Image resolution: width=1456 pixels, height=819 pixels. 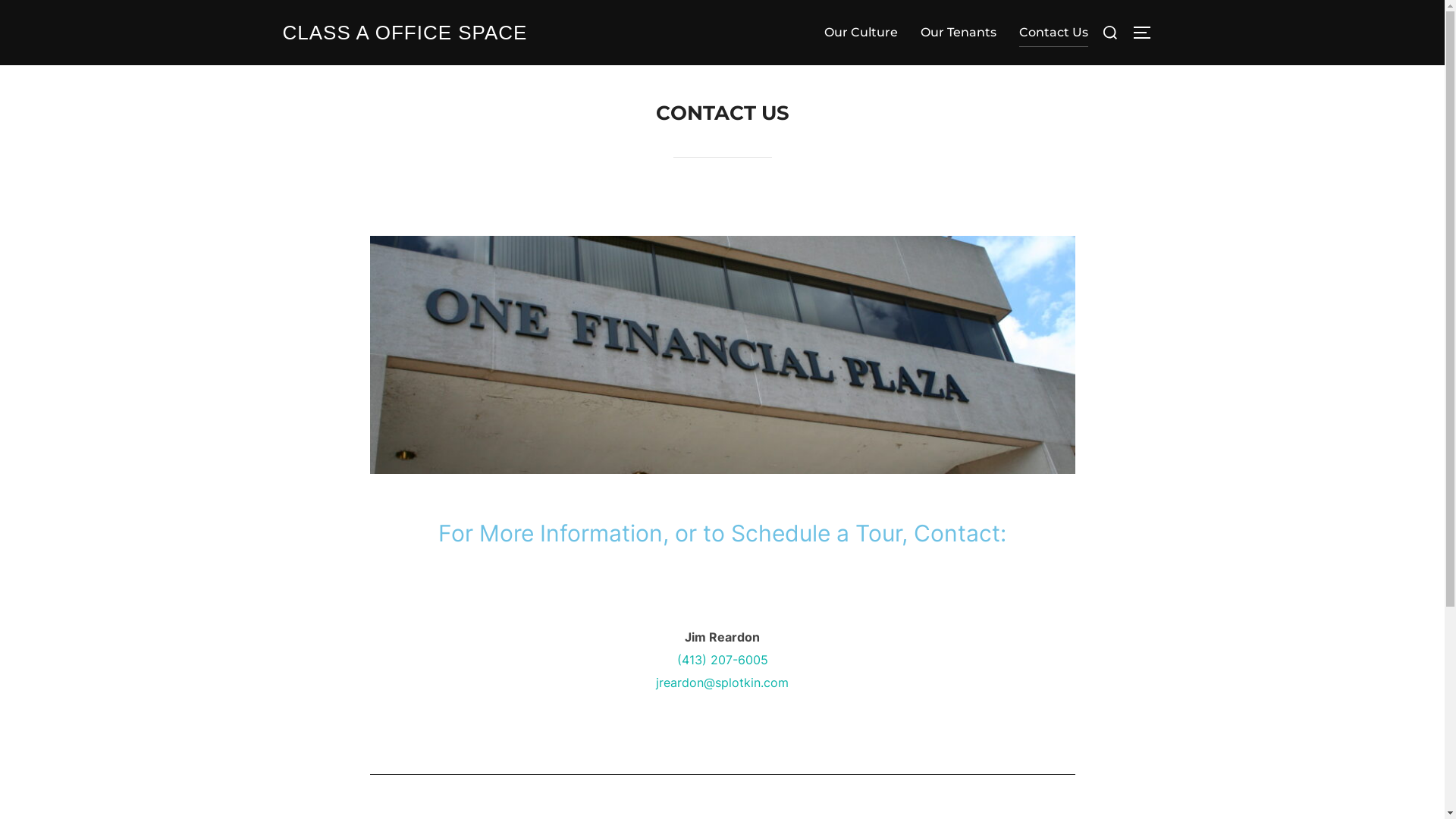 What do you see at coordinates (720, 659) in the screenshot?
I see `'(413) 207-6005'` at bounding box center [720, 659].